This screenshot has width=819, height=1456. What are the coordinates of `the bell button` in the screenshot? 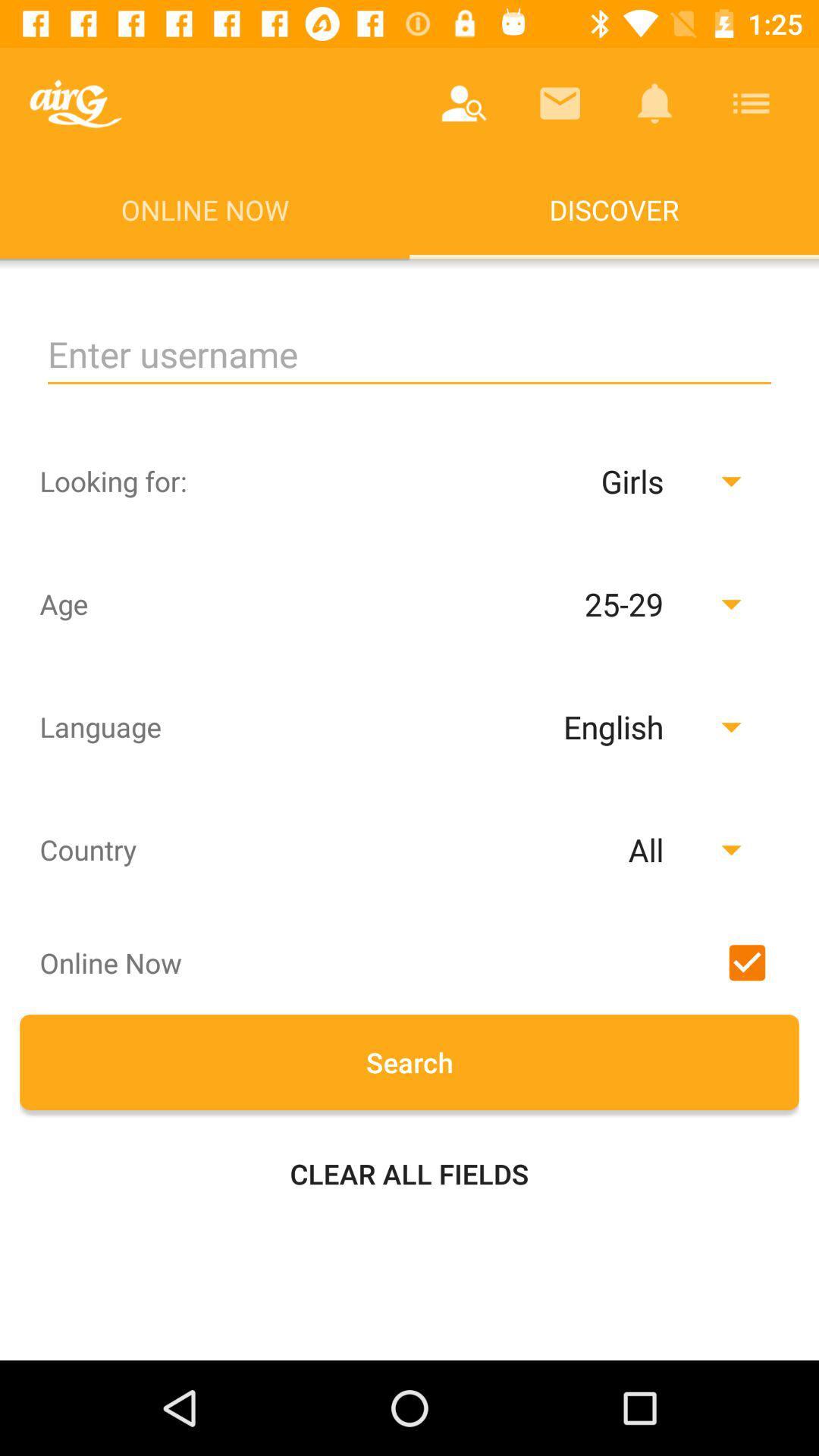 It's located at (654, 103).